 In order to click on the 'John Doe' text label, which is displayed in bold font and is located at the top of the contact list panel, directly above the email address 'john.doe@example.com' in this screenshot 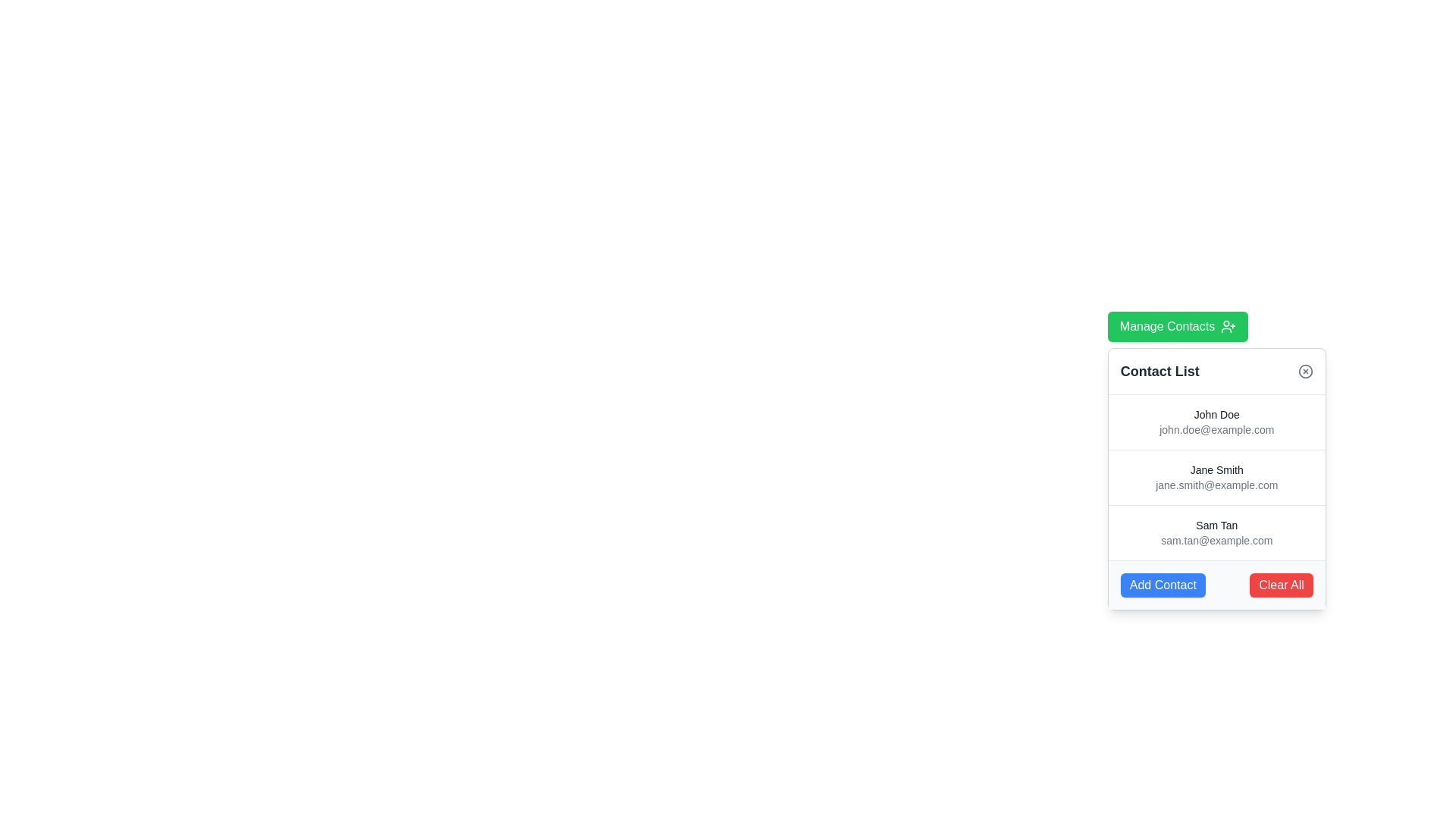, I will do `click(1216, 415)`.